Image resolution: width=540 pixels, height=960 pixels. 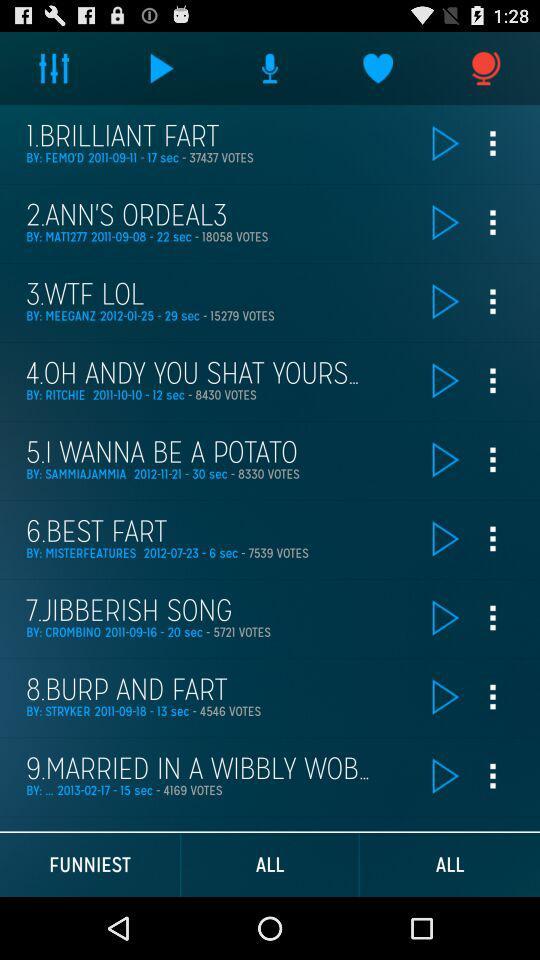 I want to click on the warning icon, so click(x=270, y=72).